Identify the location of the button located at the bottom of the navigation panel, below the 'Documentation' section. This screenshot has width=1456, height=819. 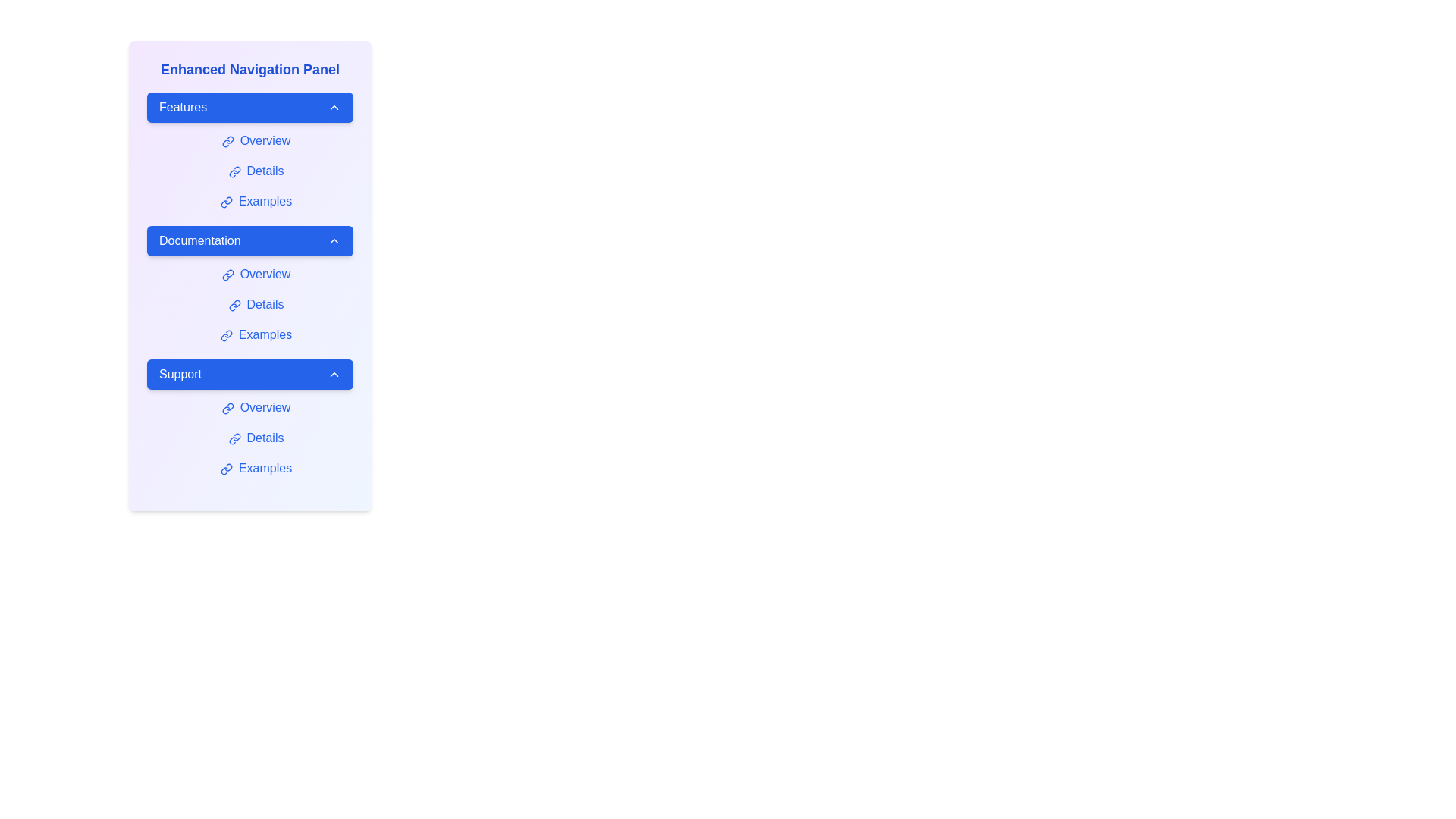
(250, 374).